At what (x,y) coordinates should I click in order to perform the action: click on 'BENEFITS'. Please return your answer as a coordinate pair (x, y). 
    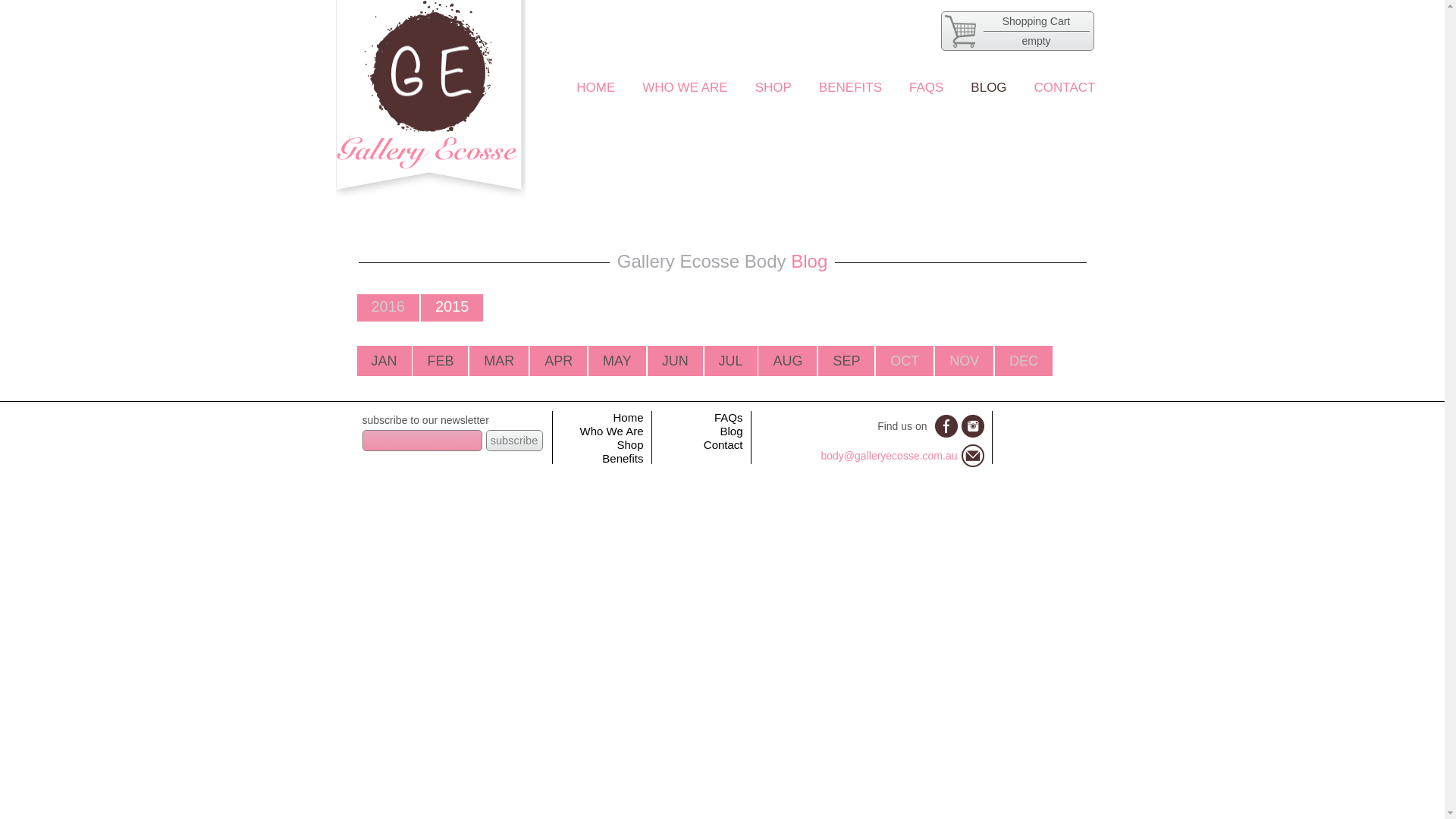
    Looking at the image, I should click on (818, 87).